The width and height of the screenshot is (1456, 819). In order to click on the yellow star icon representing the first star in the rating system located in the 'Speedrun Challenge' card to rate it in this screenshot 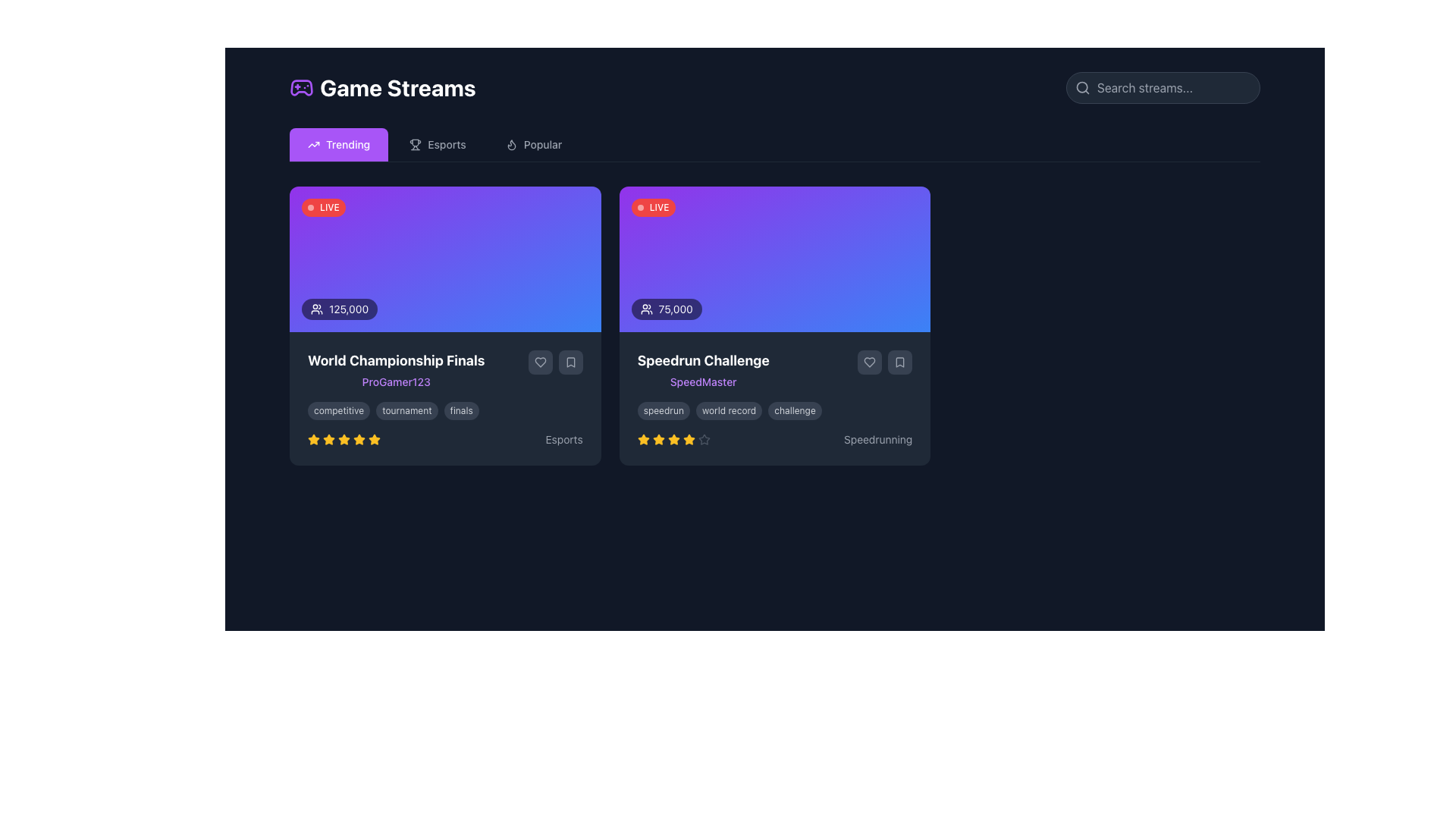, I will do `click(643, 439)`.